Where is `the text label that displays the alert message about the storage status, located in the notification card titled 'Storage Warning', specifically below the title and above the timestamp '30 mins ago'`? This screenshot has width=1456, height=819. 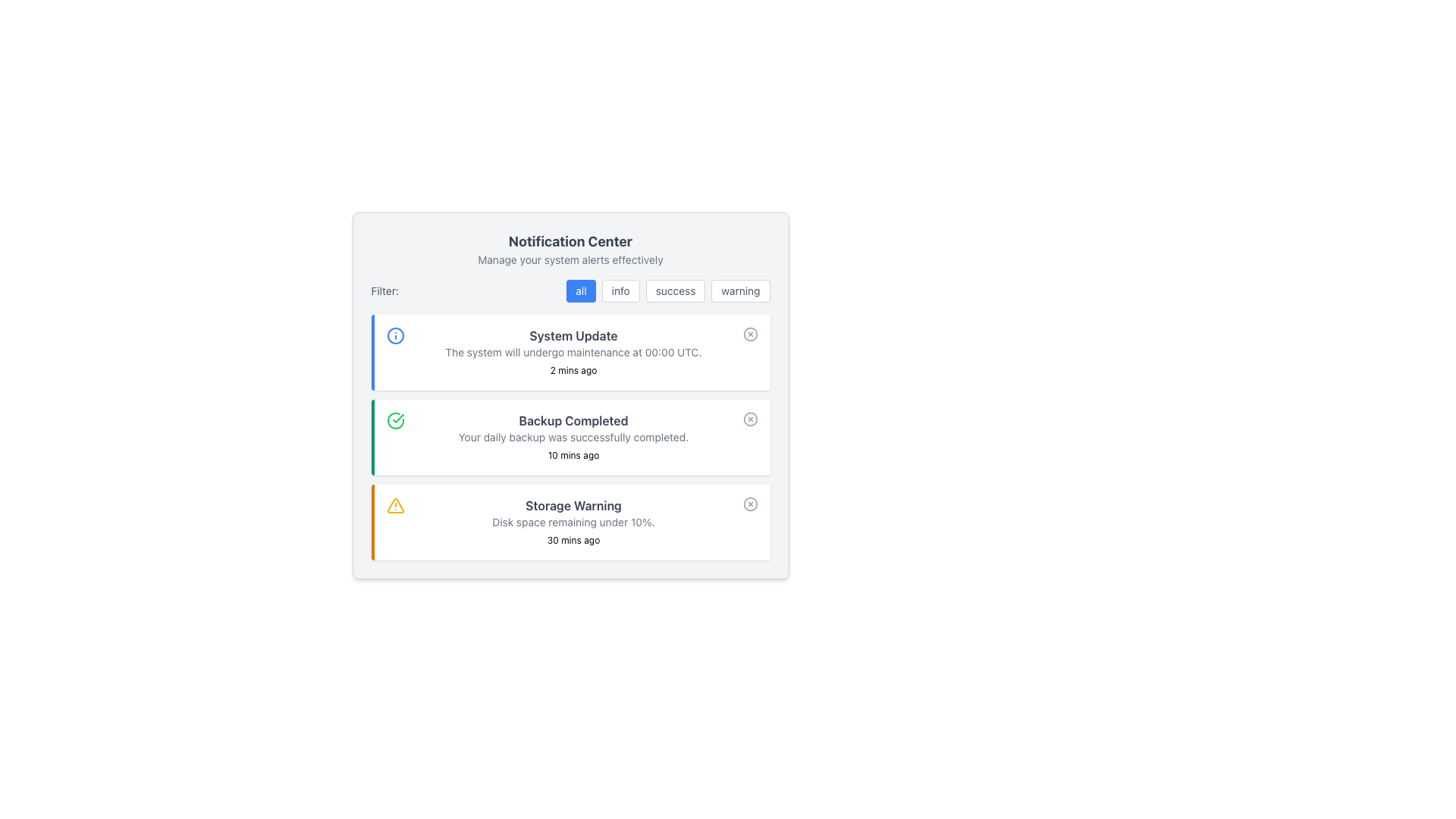 the text label that displays the alert message about the storage status, located in the notification card titled 'Storage Warning', specifically below the title and above the timestamp '30 mins ago' is located at coordinates (573, 522).